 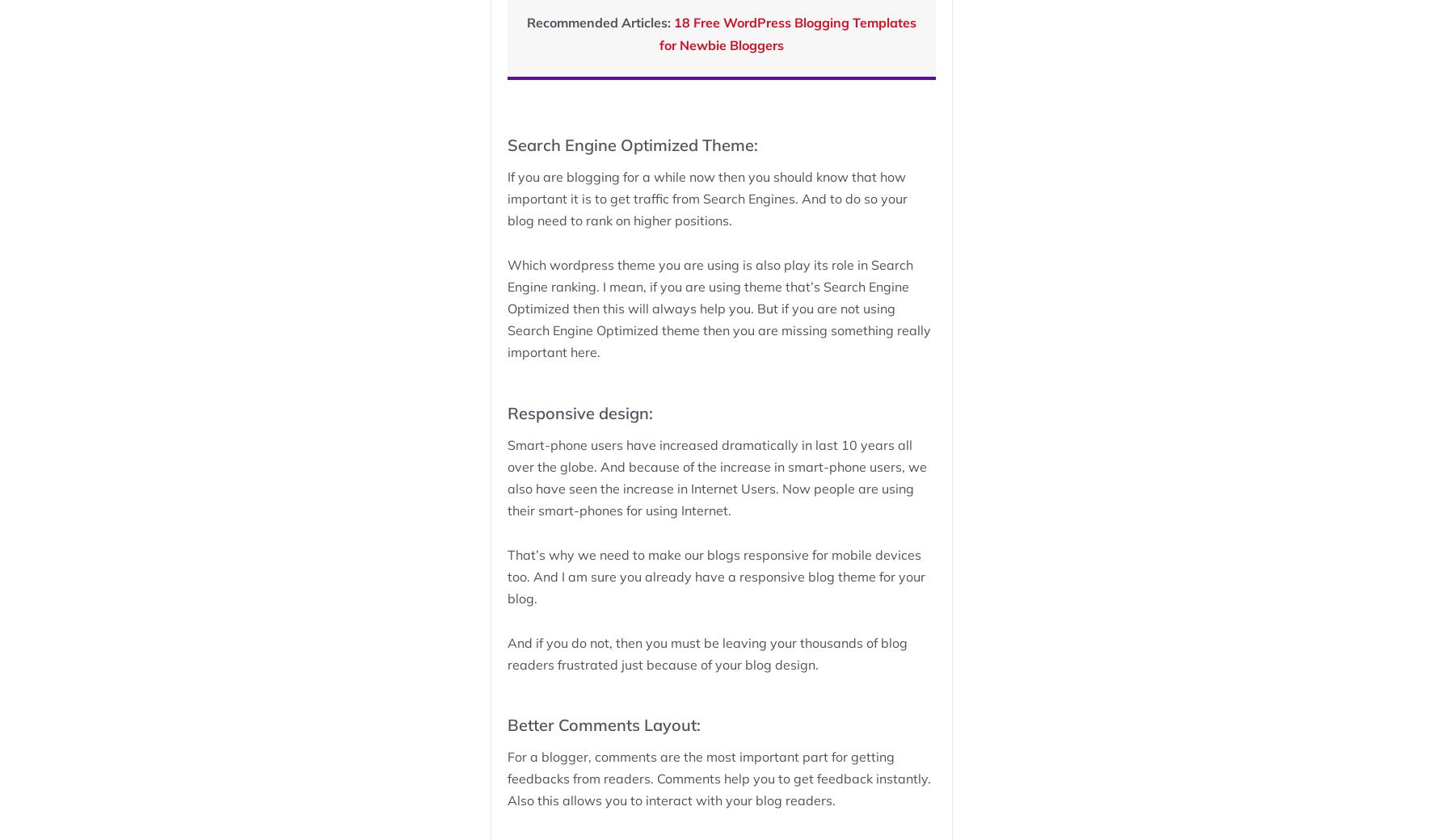 What do you see at coordinates (786, 32) in the screenshot?
I see `'18 Free WordPress Blogging Templates for Newbie Bloggers'` at bounding box center [786, 32].